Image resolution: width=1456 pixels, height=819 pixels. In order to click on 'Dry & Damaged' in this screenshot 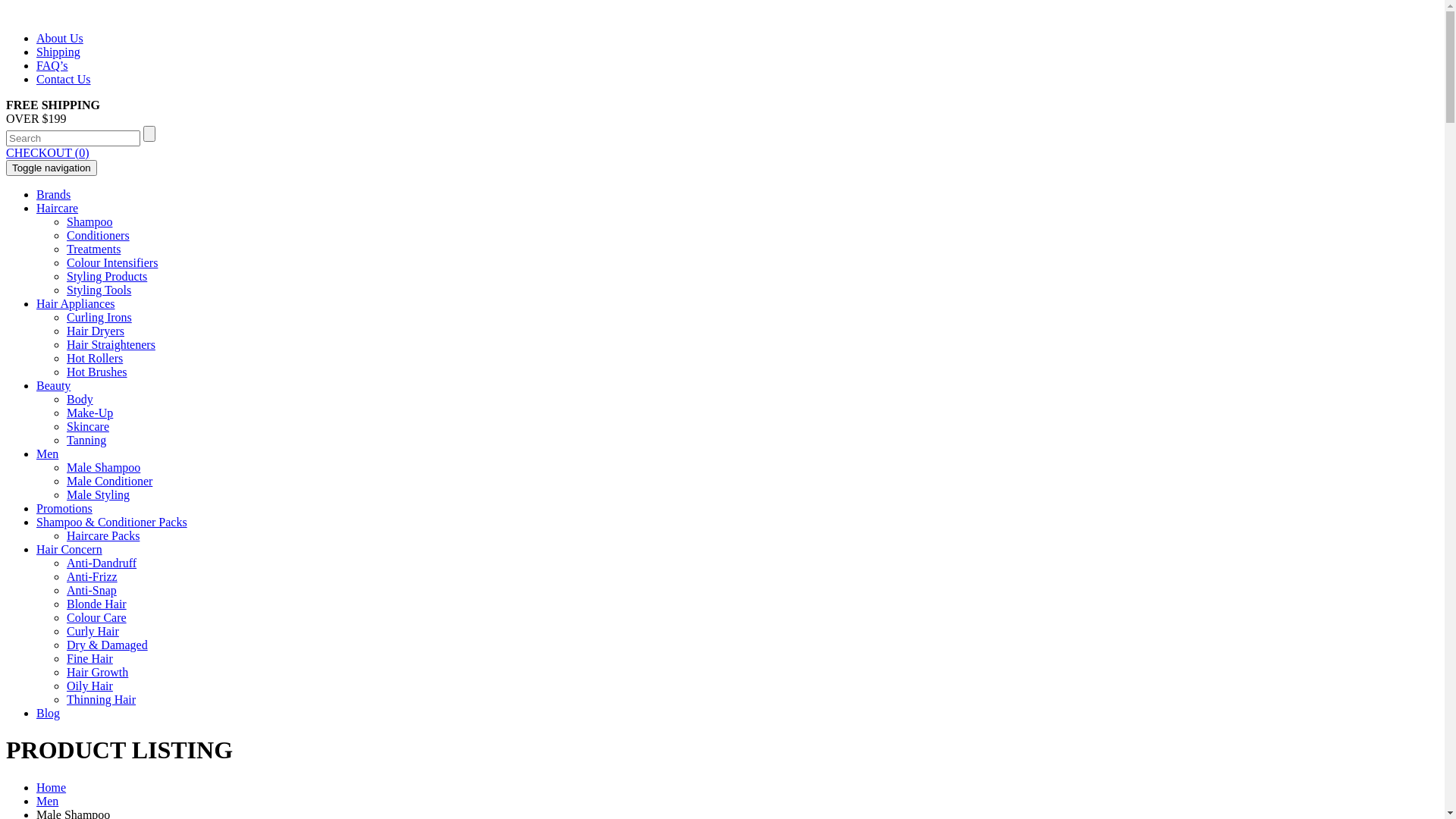, I will do `click(65, 645)`.